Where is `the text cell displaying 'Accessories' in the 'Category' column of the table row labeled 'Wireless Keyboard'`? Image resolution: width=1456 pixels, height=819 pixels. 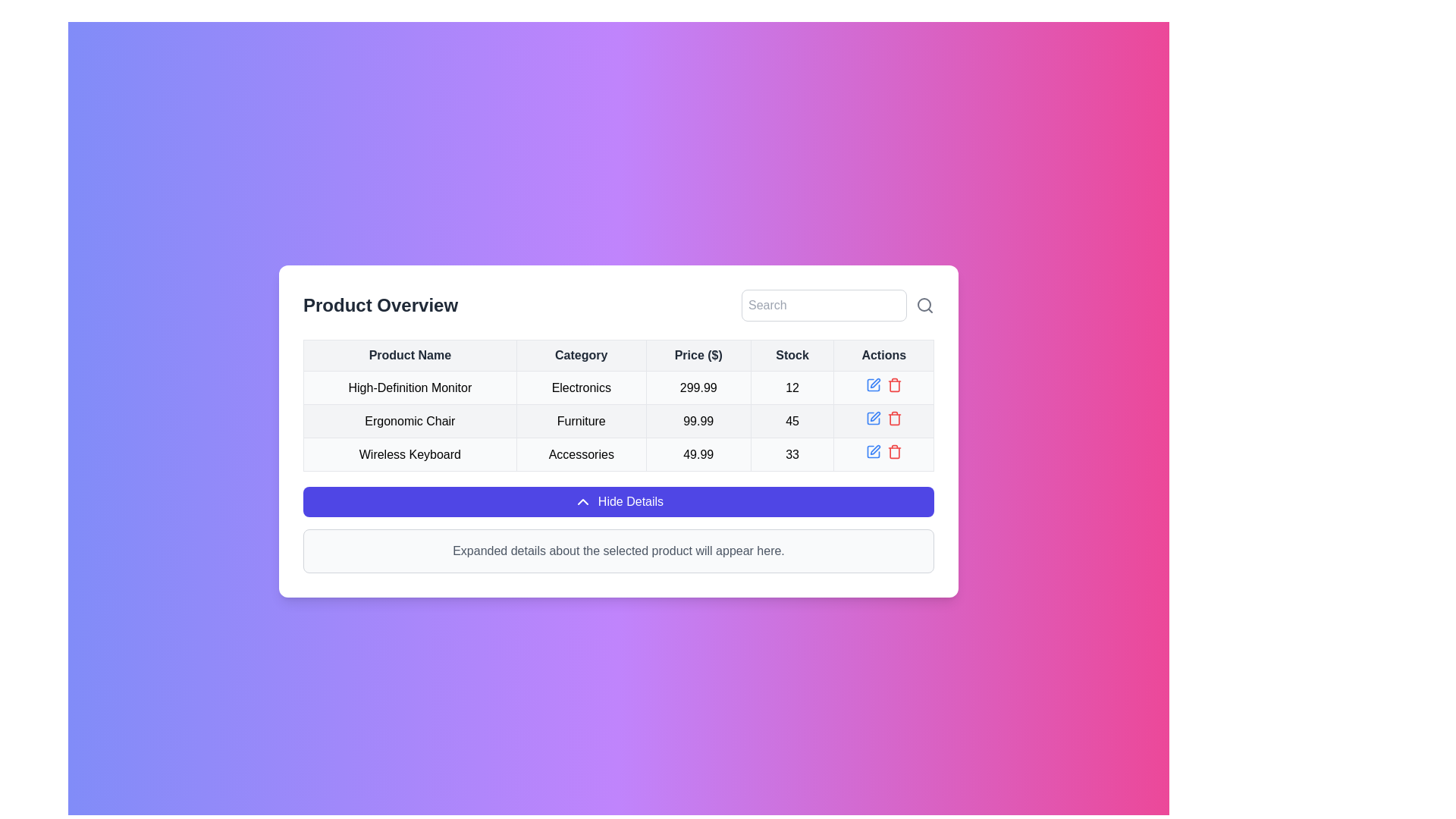 the text cell displaying 'Accessories' in the 'Category' column of the table row labeled 'Wireless Keyboard' is located at coordinates (580, 453).